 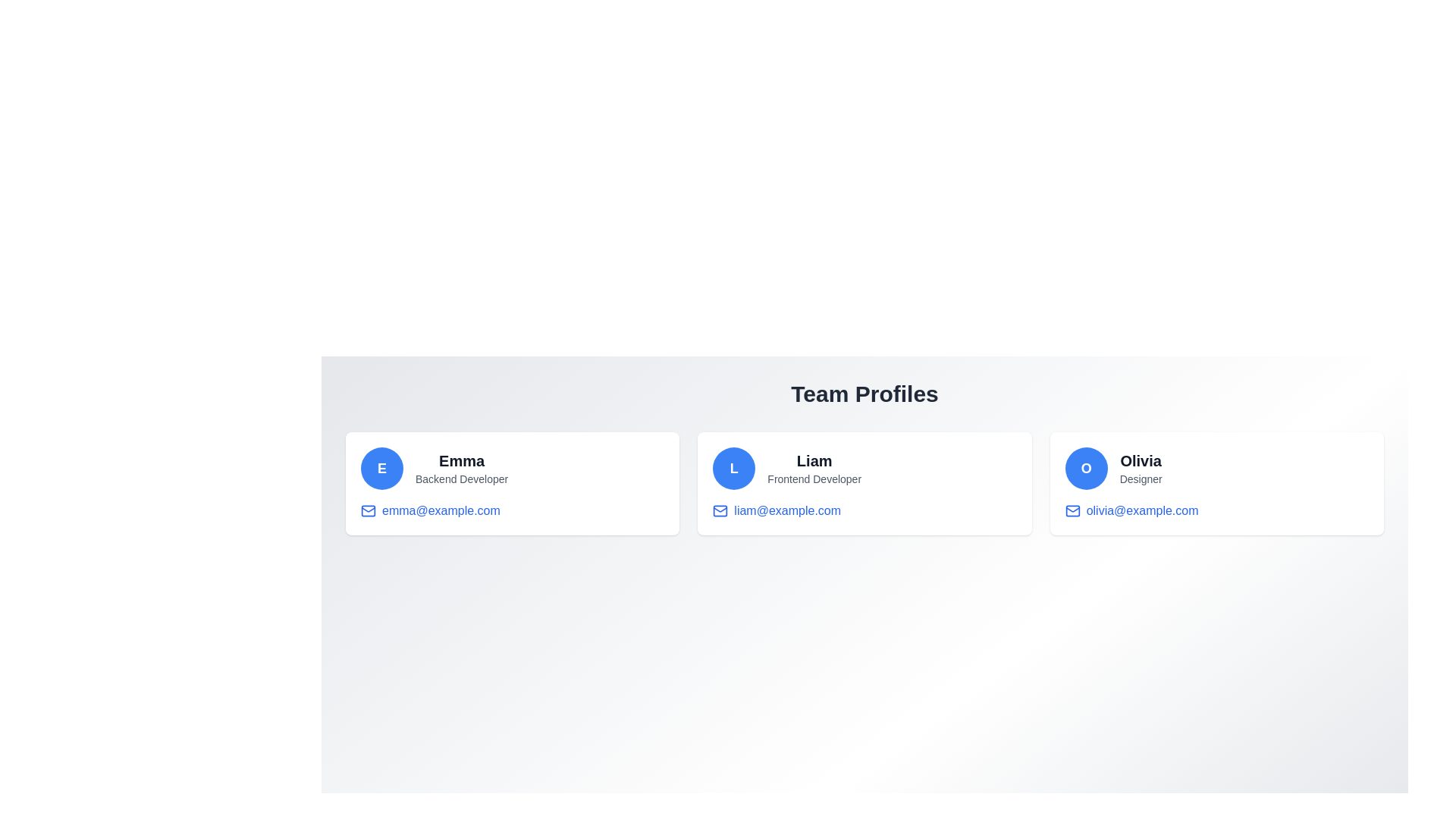 What do you see at coordinates (814, 460) in the screenshot?
I see `the text label displaying 'Liam' in bold, larger font, positioned in the middle card of three profile cards, located below the circular blue icon with 'L' and above the text 'Frontend Developer'` at bounding box center [814, 460].